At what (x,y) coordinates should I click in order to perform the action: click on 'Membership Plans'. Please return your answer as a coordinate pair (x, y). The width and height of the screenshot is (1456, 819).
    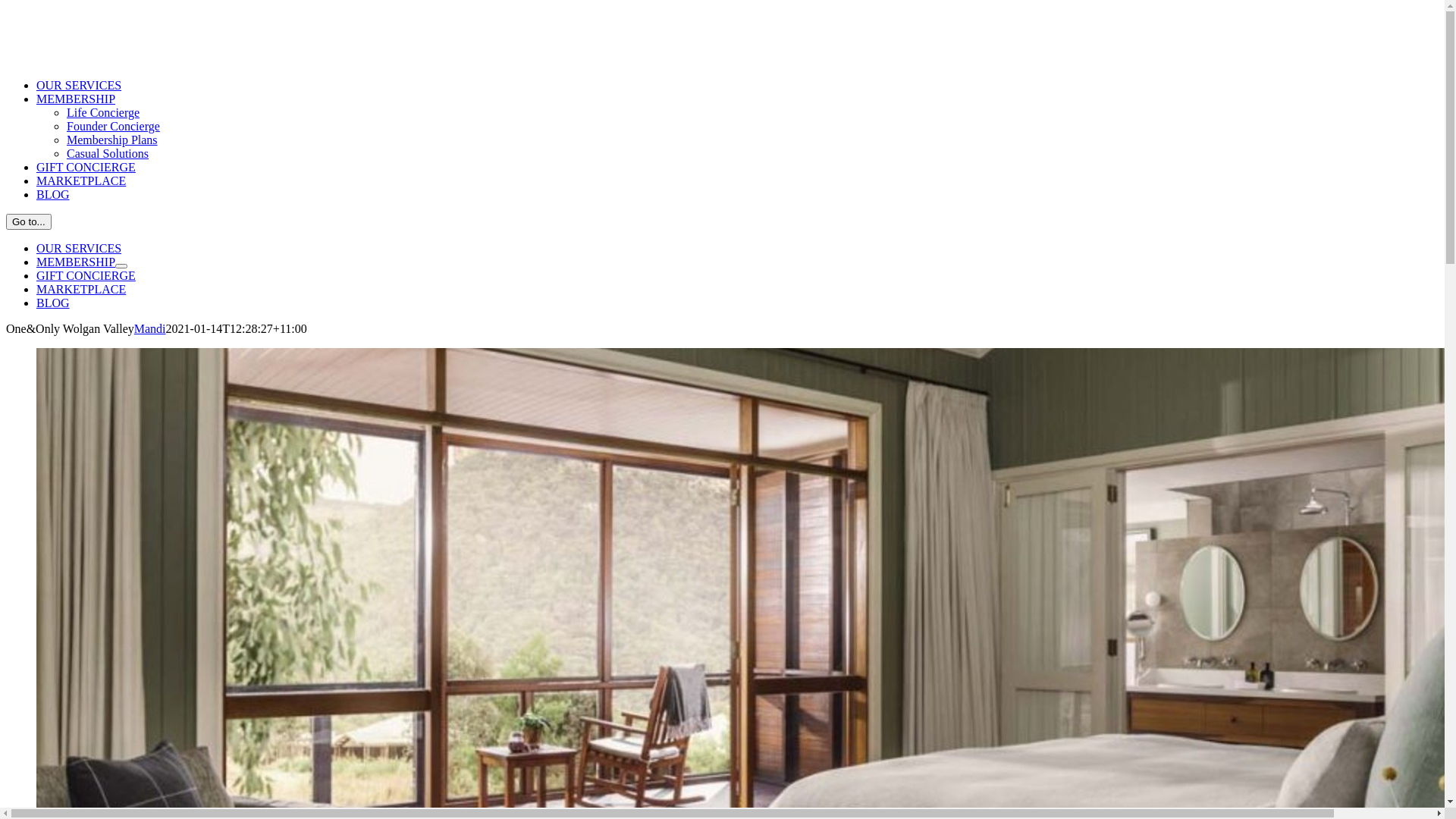
    Looking at the image, I should click on (65, 140).